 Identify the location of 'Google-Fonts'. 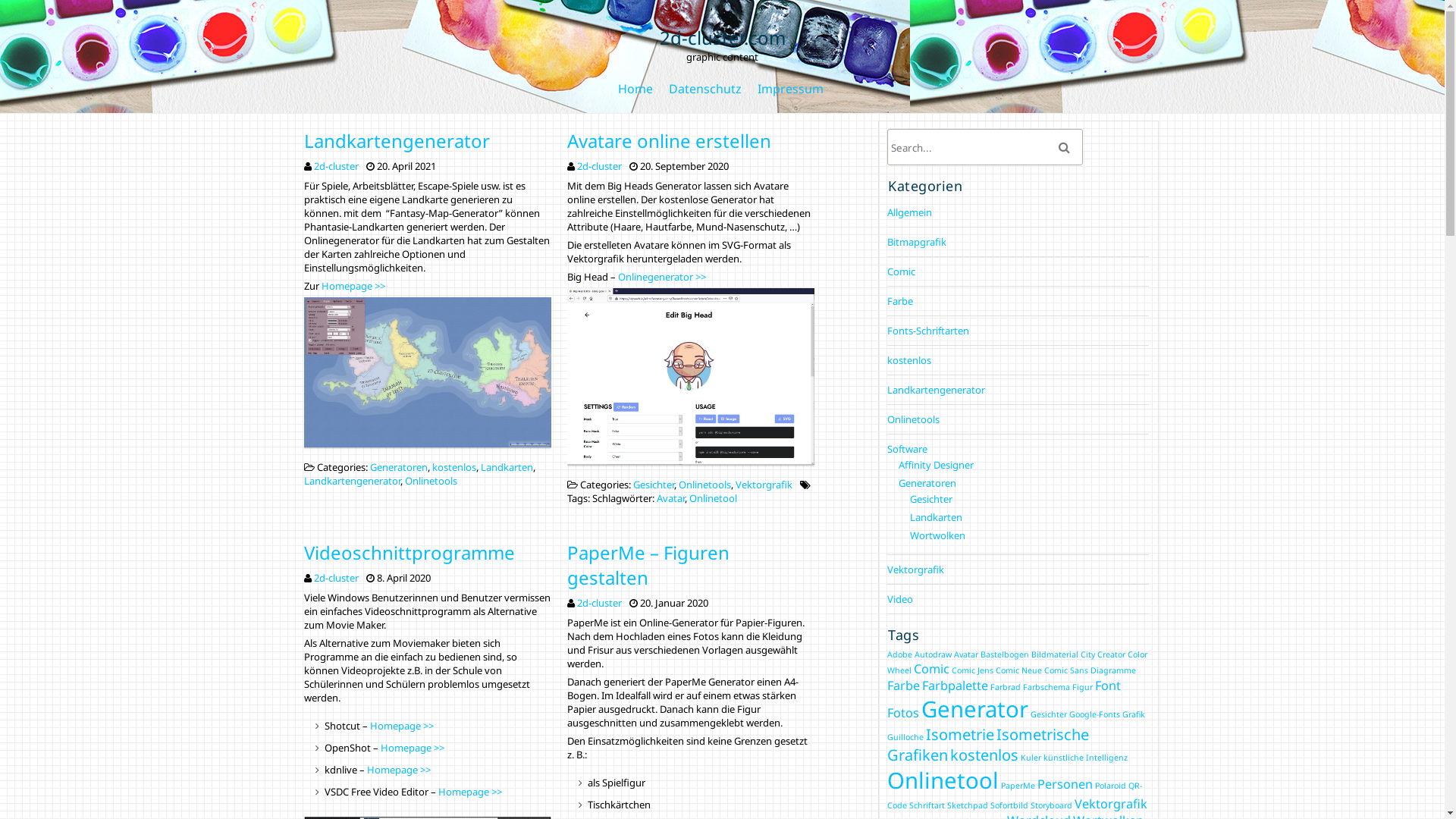
(1094, 714).